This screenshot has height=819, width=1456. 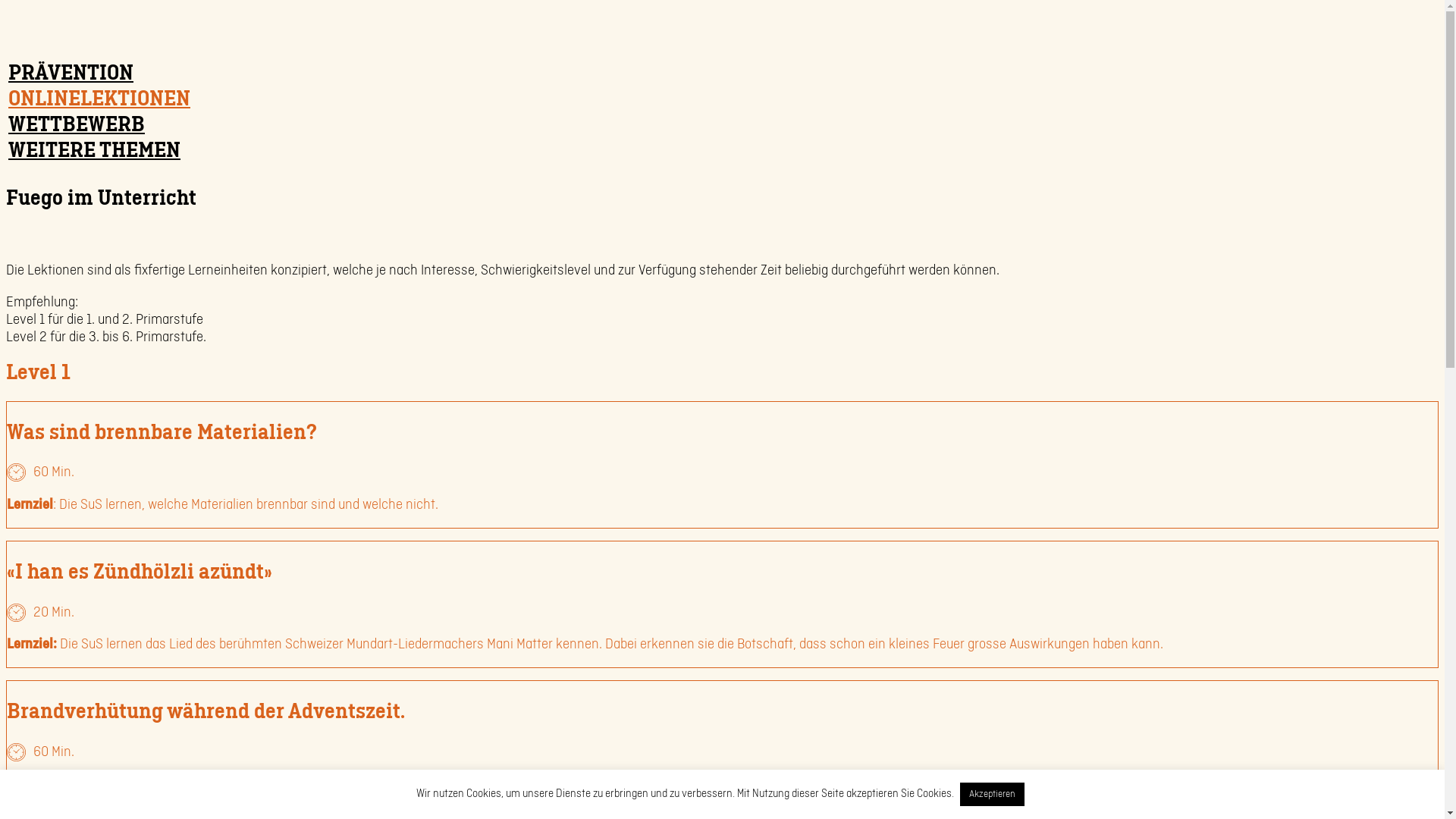 I want to click on 'WETTBEWERB', so click(x=75, y=123).